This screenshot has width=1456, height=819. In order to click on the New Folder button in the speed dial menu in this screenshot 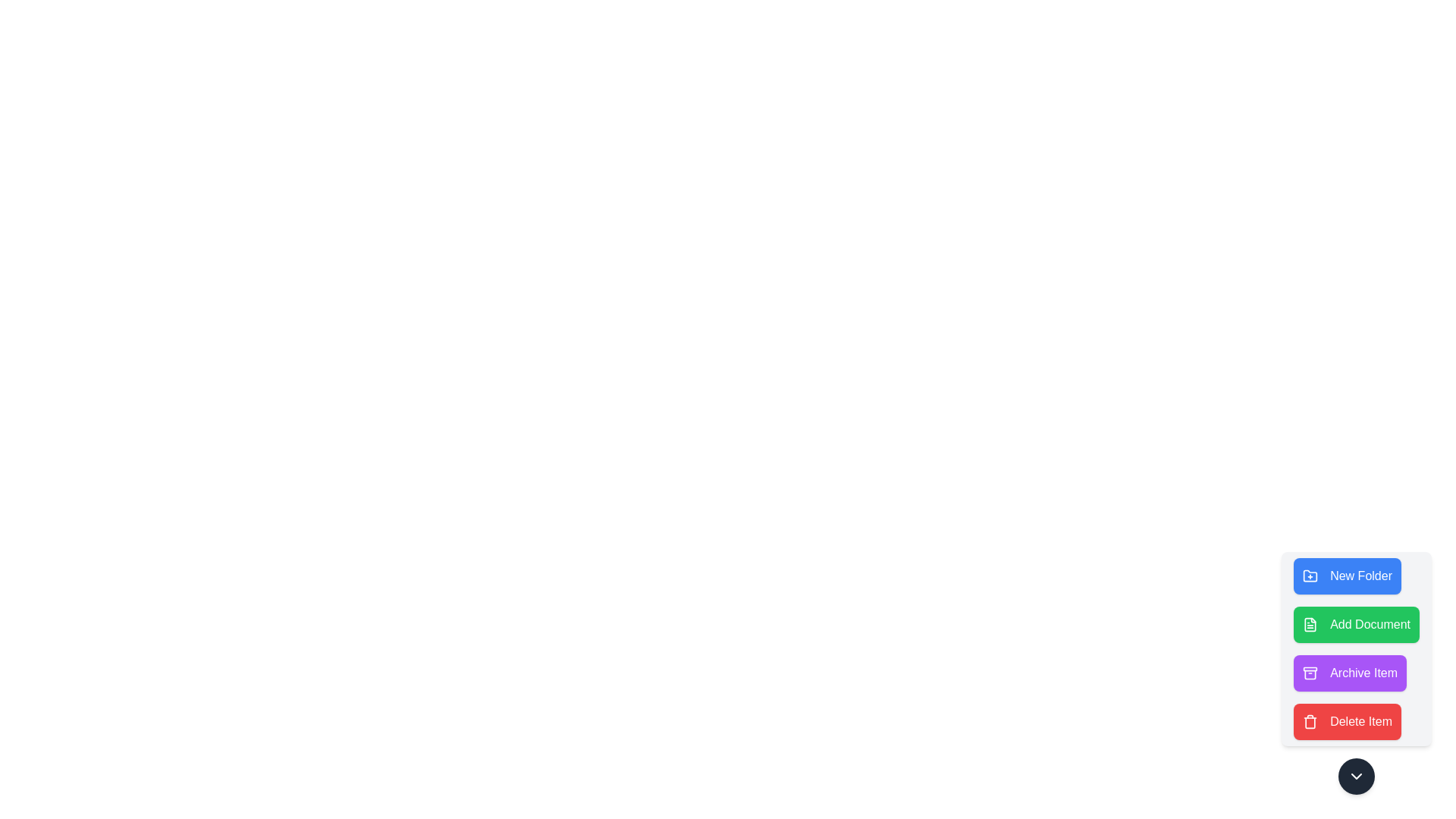, I will do `click(1347, 576)`.